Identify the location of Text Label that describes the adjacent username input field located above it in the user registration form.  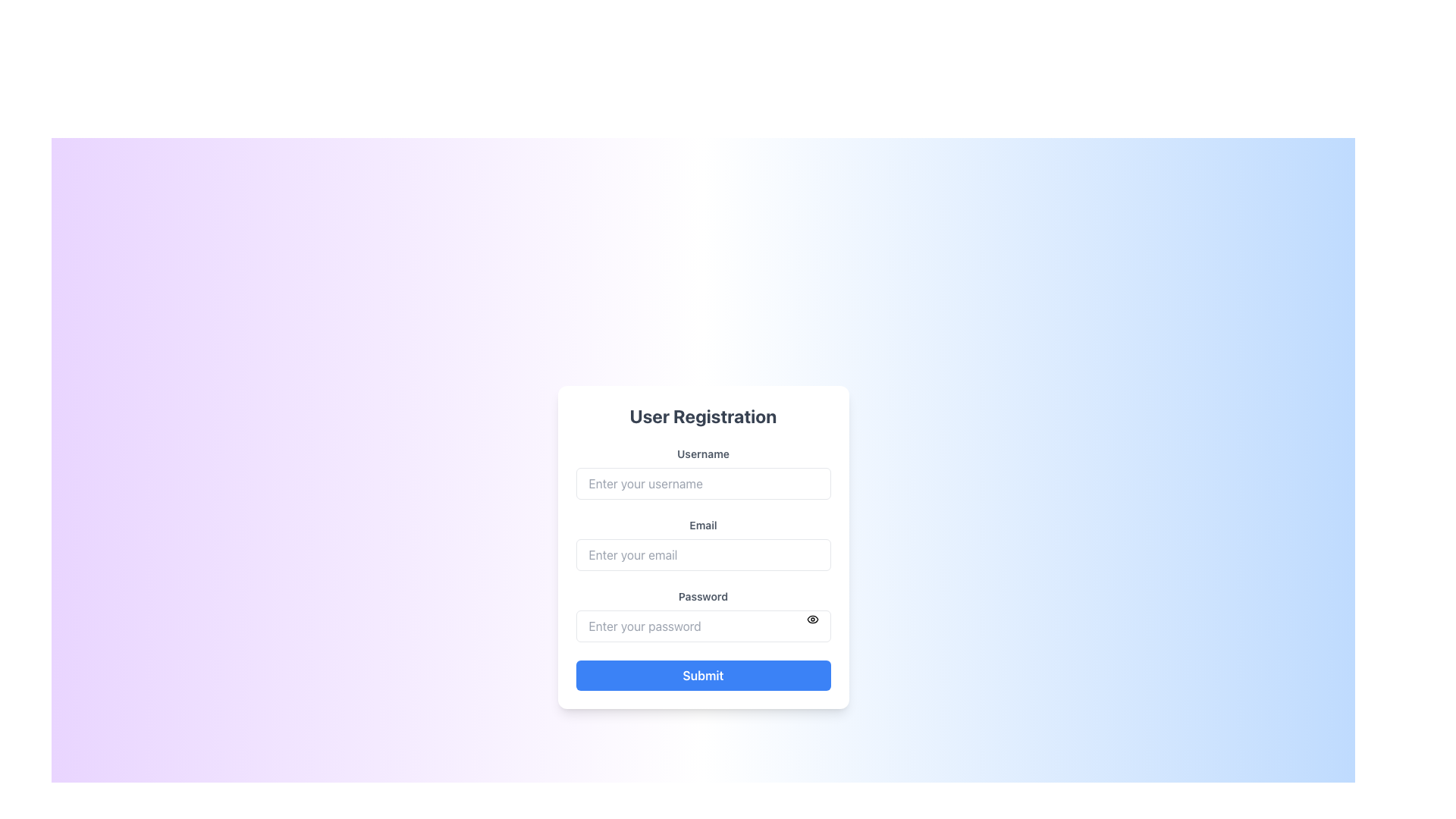
(702, 453).